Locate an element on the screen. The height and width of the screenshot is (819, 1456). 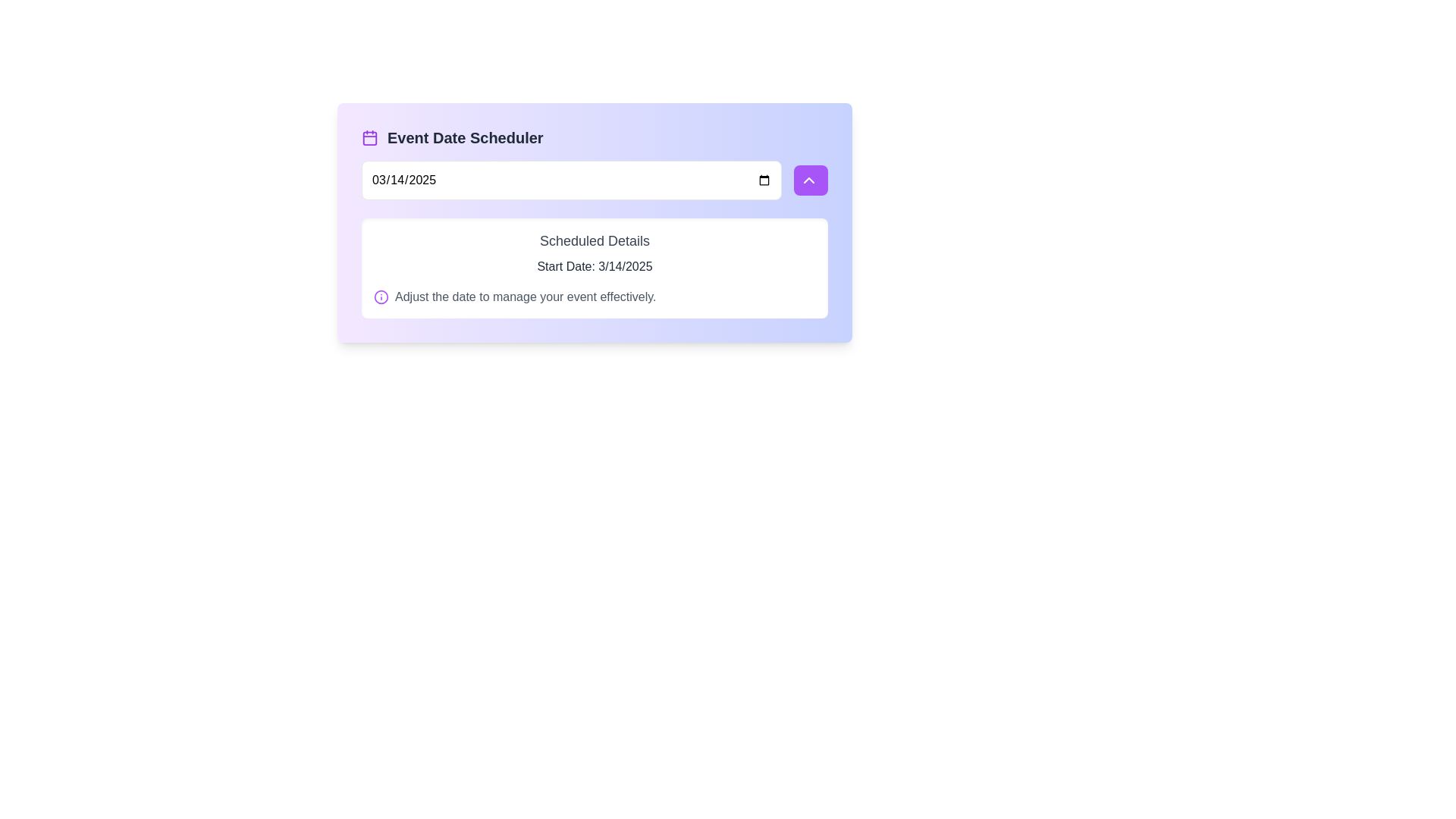
the upward-pointing chevron icon with a purple background to increment a value or navigate upwards is located at coordinates (808, 180).